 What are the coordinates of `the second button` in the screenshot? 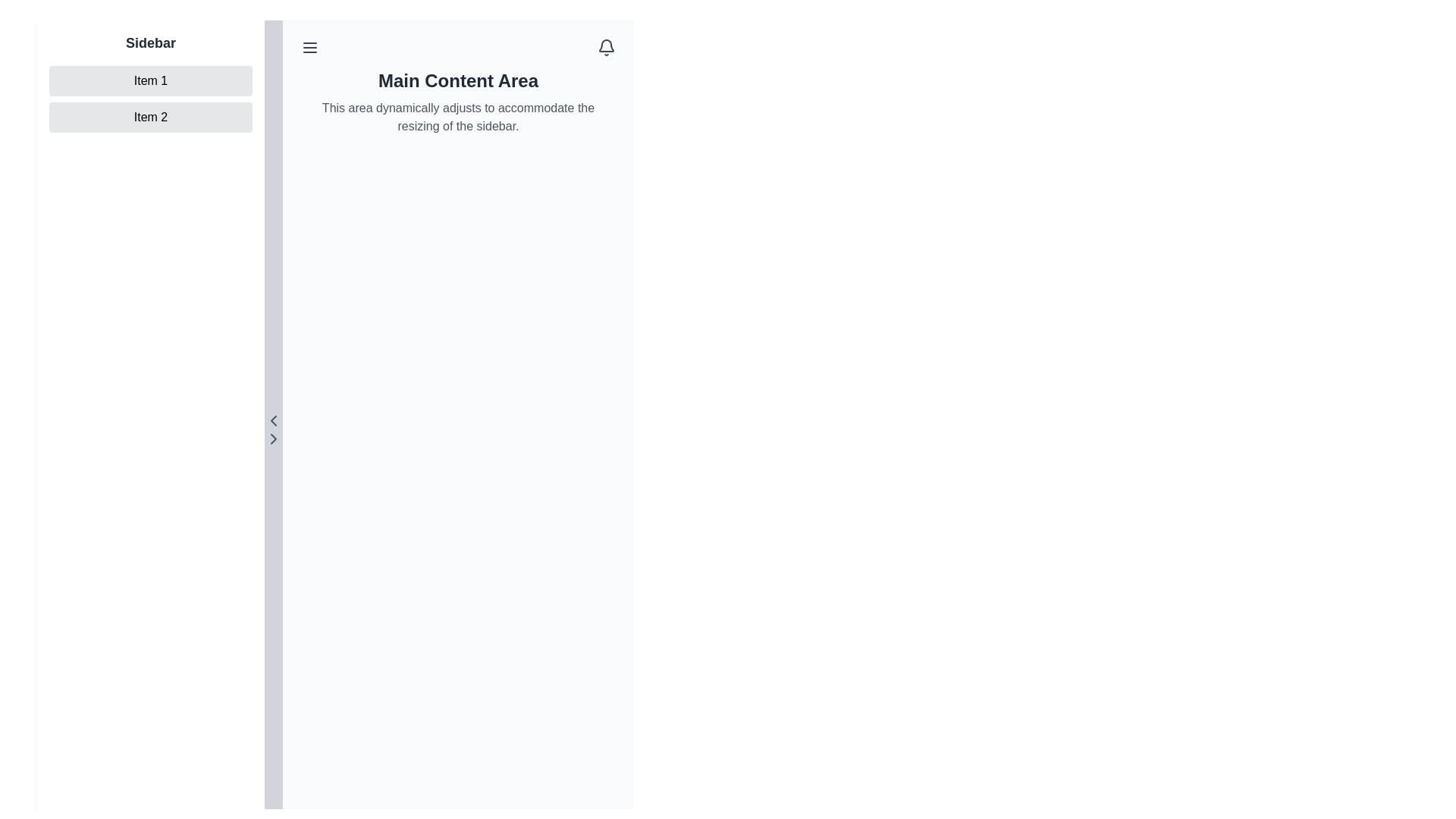 It's located at (150, 116).